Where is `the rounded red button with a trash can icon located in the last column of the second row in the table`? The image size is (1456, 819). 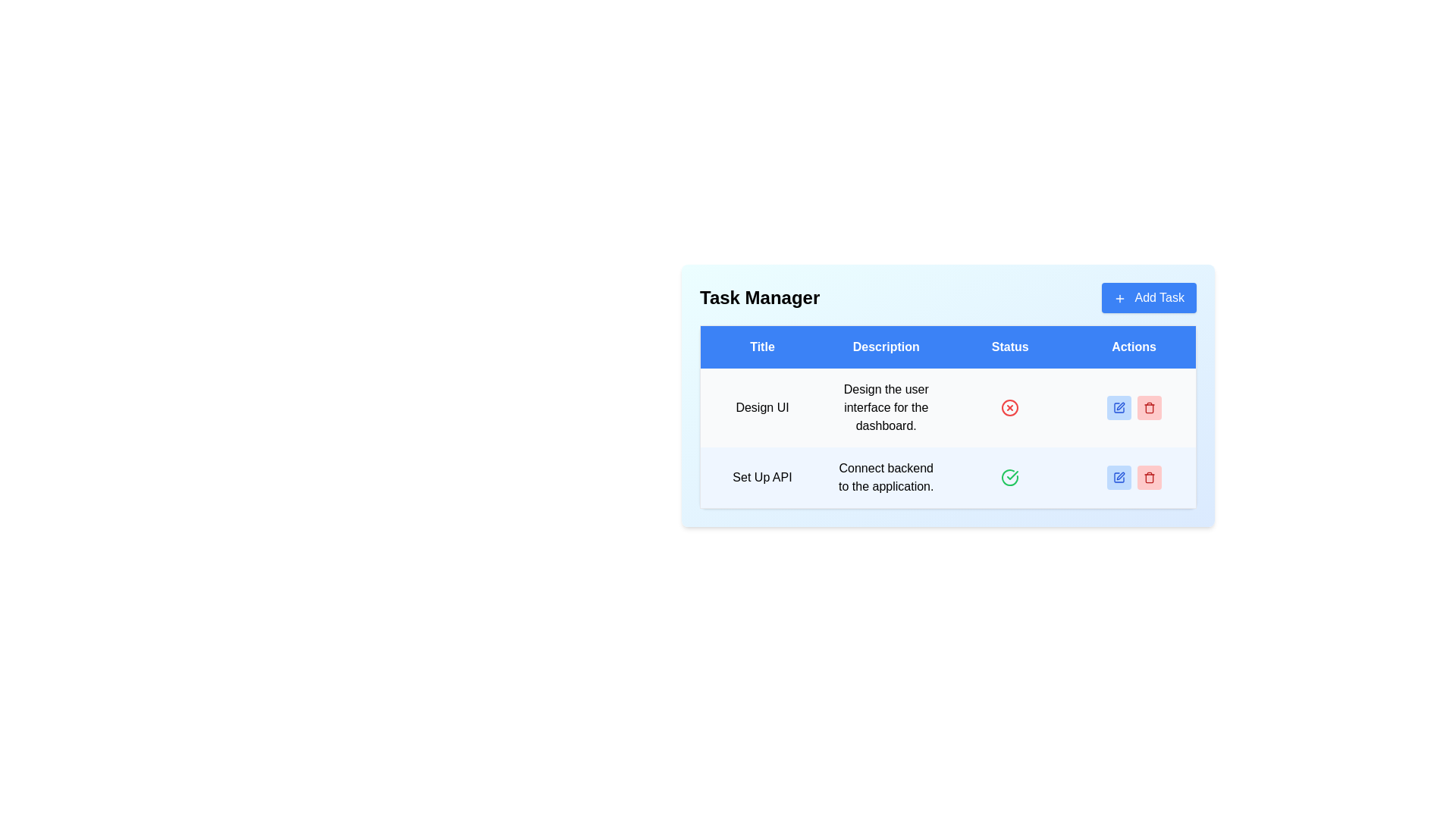 the rounded red button with a trash can icon located in the last column of the second row in the table is located at coordinates (1149, 476).